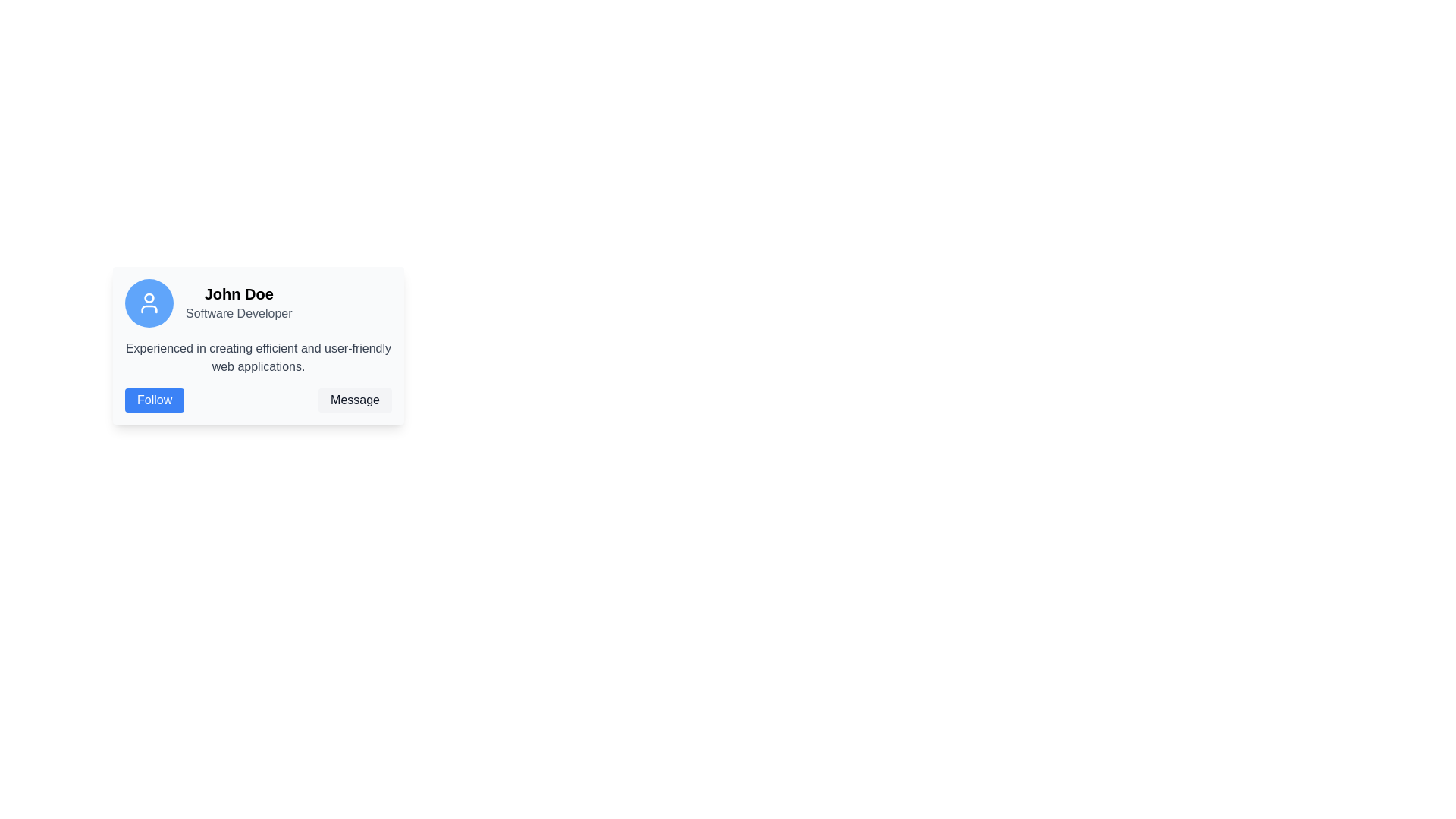  What do you see at coordinates (149, 309) in the screenshot?
I see `the lower part of the humanoid icon representing the shoulders or torso area of the user profile icon, which is located within a blue circular background, to the left of the text 'John Doe' and 'Software Developer'` at bounding box center [149, 309].